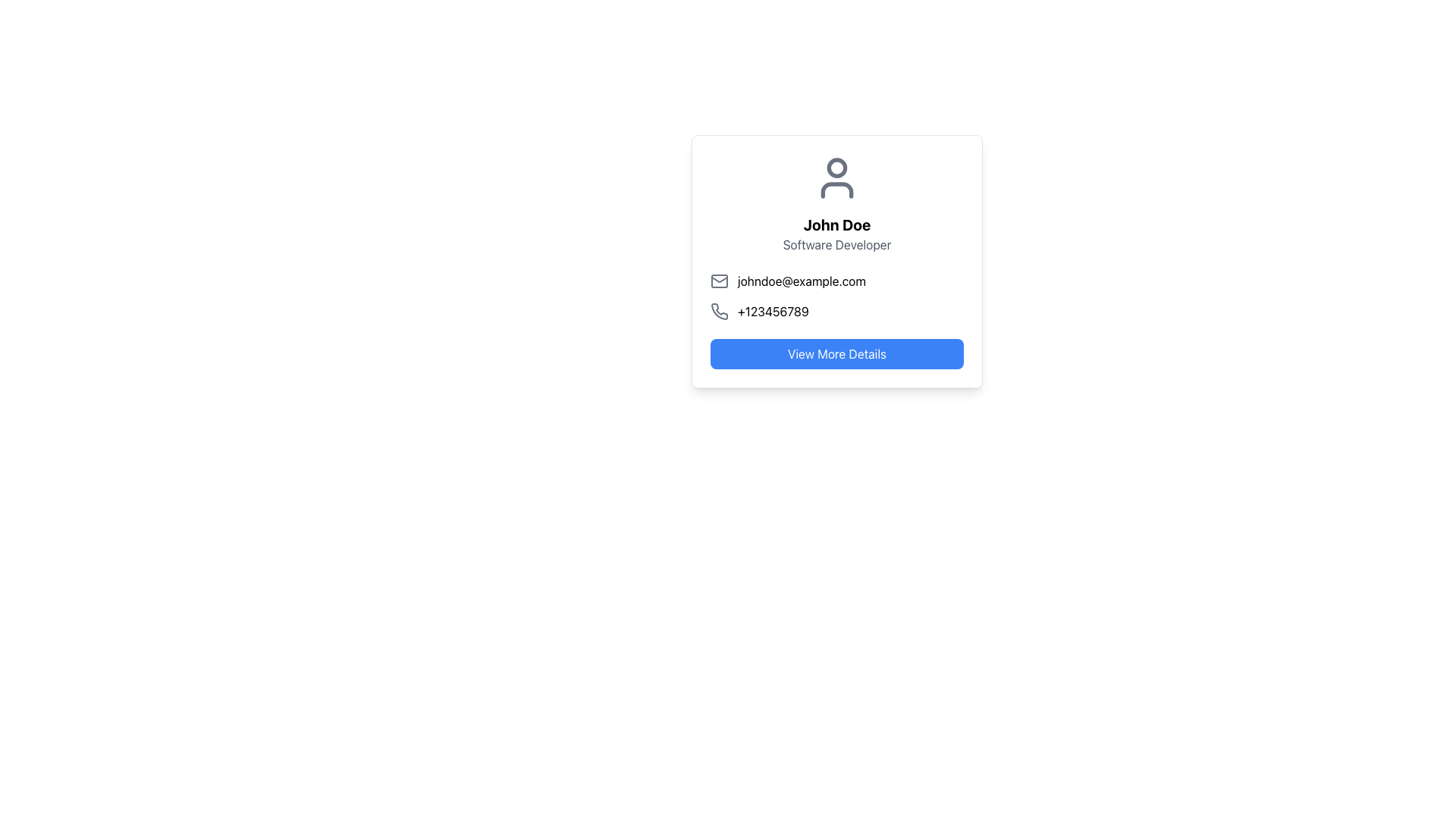 This screenshot has width=1456, height=819. Describe the element at coordinates (719, 281) in the screenshot. I see `the visual indicator icon for the email address 'johndoe@example.com' located to the left of the email text within the contact detail section` at that location.